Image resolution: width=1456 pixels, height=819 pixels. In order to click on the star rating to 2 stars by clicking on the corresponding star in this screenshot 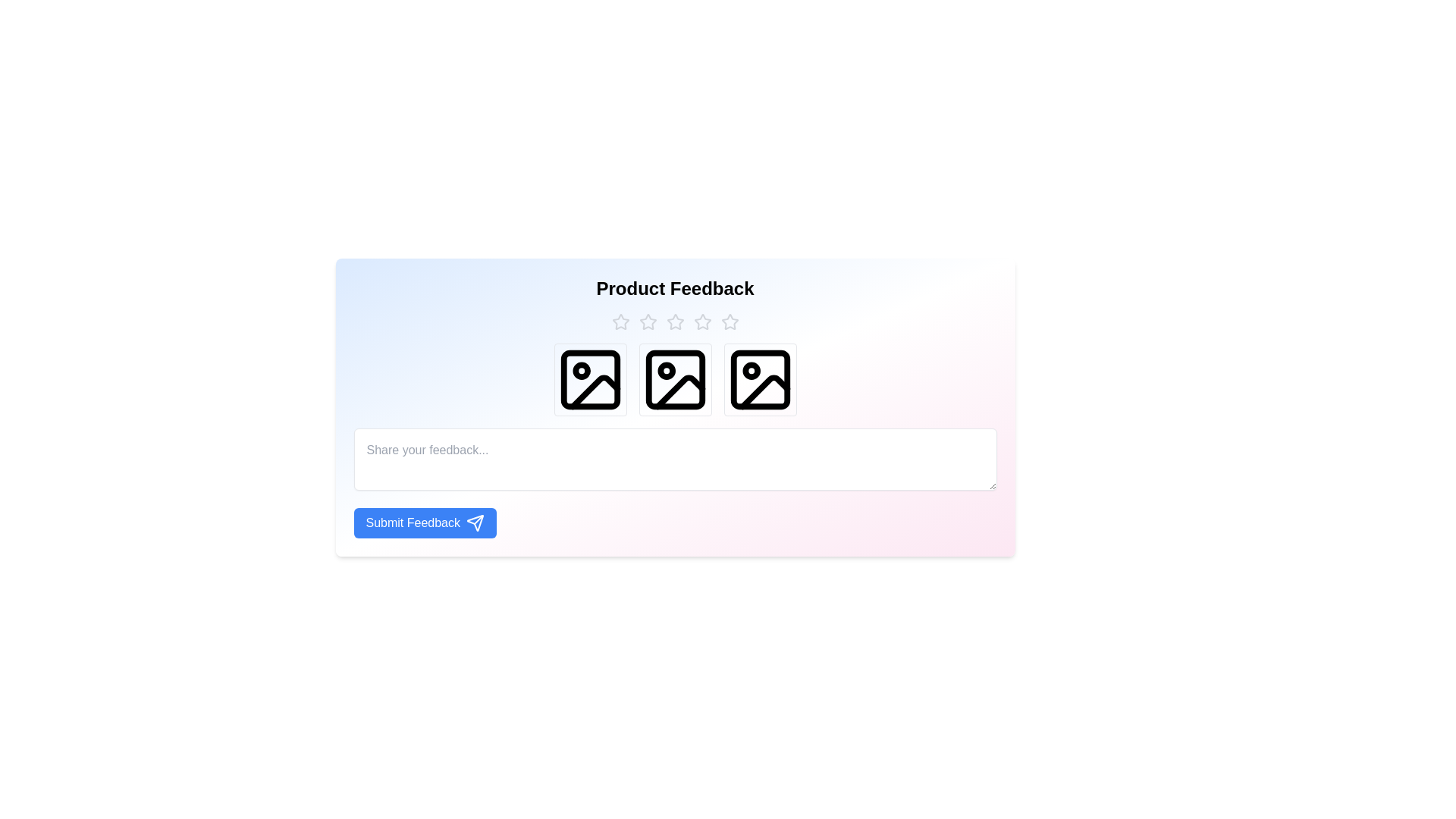, I will do `click(648, 321)`.